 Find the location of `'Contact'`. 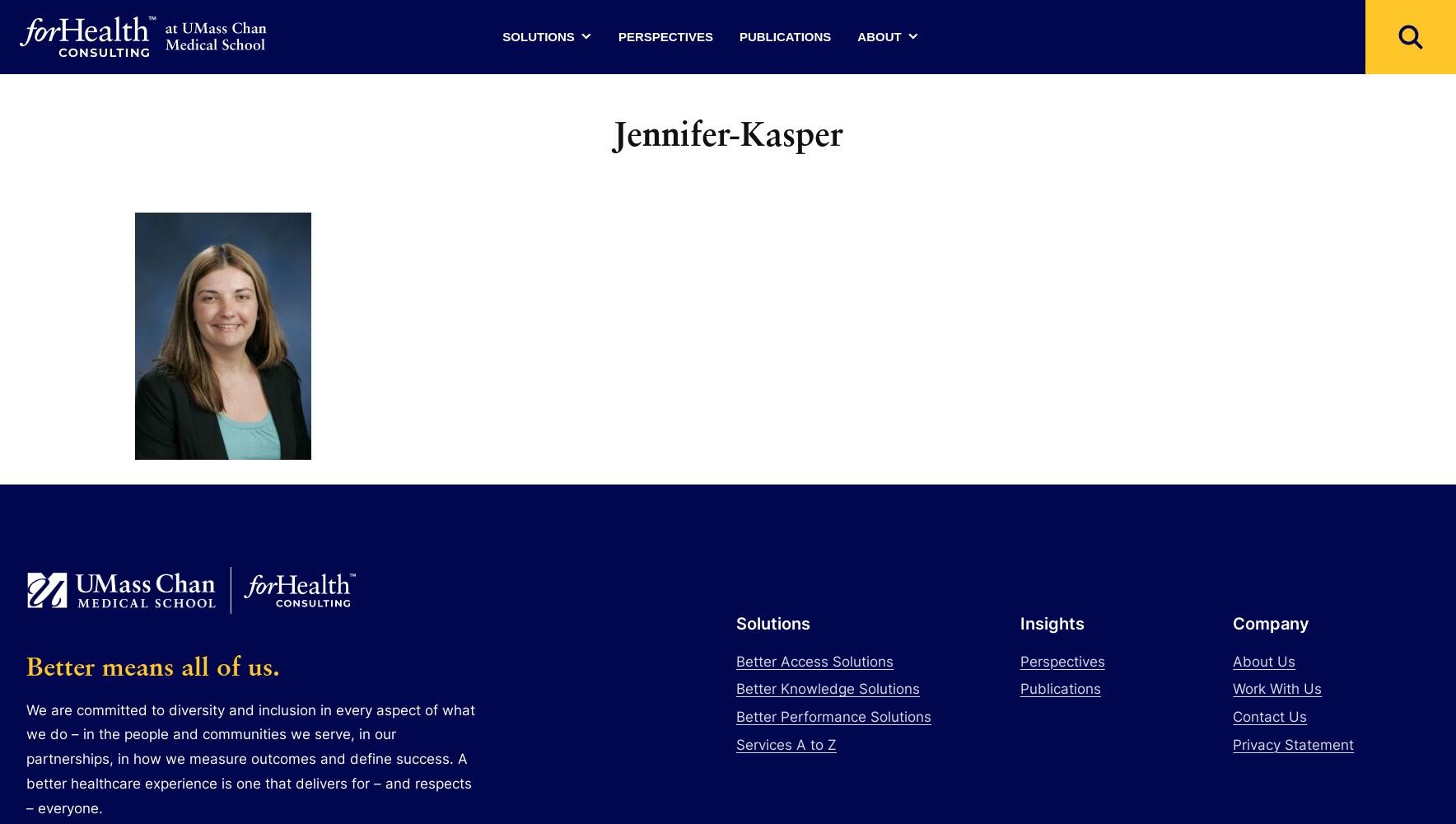

'Contact' is located at coordinates (880, 221).